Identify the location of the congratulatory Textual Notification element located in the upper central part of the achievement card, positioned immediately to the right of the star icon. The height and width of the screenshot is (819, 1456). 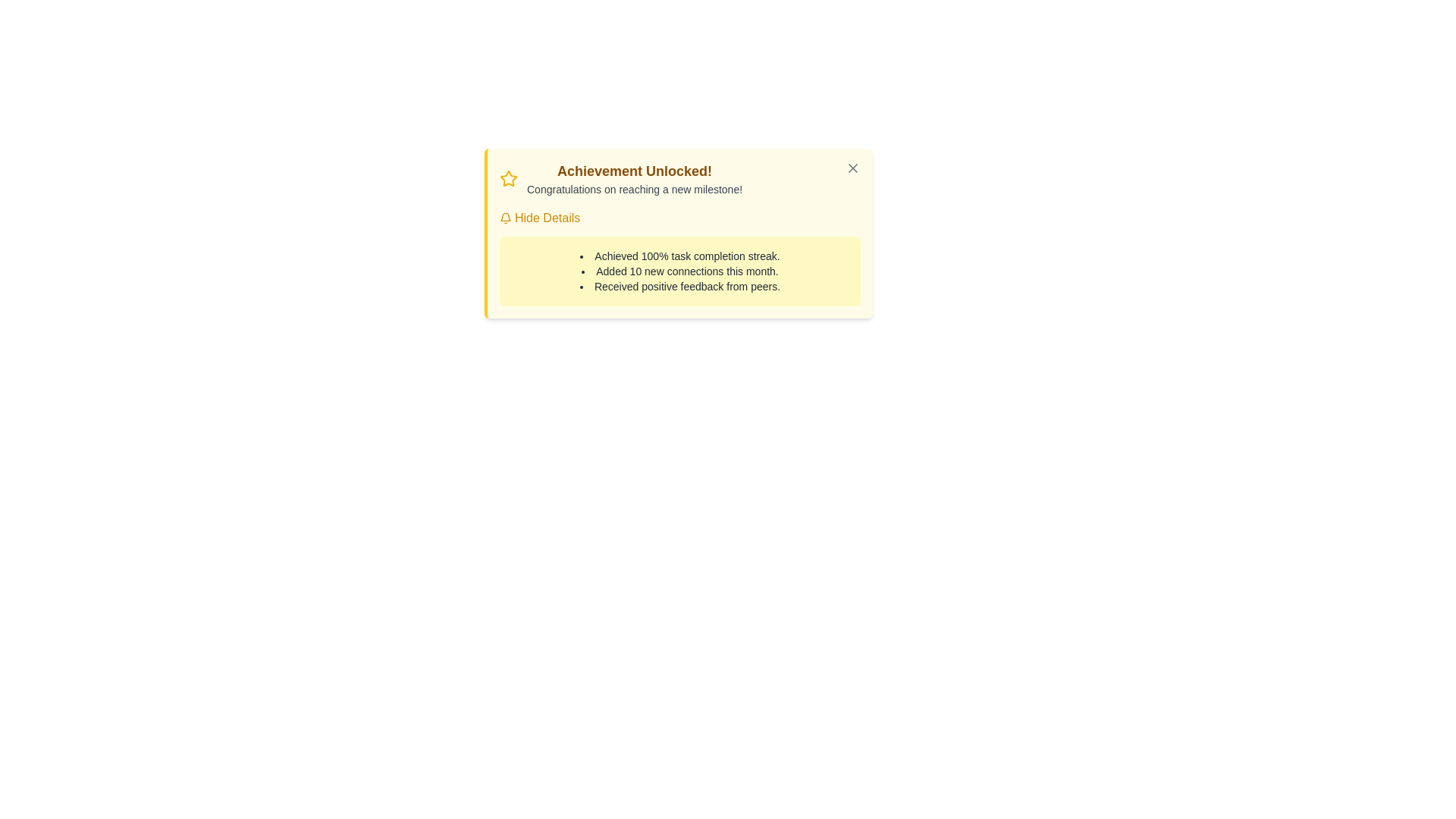
(635, 177).